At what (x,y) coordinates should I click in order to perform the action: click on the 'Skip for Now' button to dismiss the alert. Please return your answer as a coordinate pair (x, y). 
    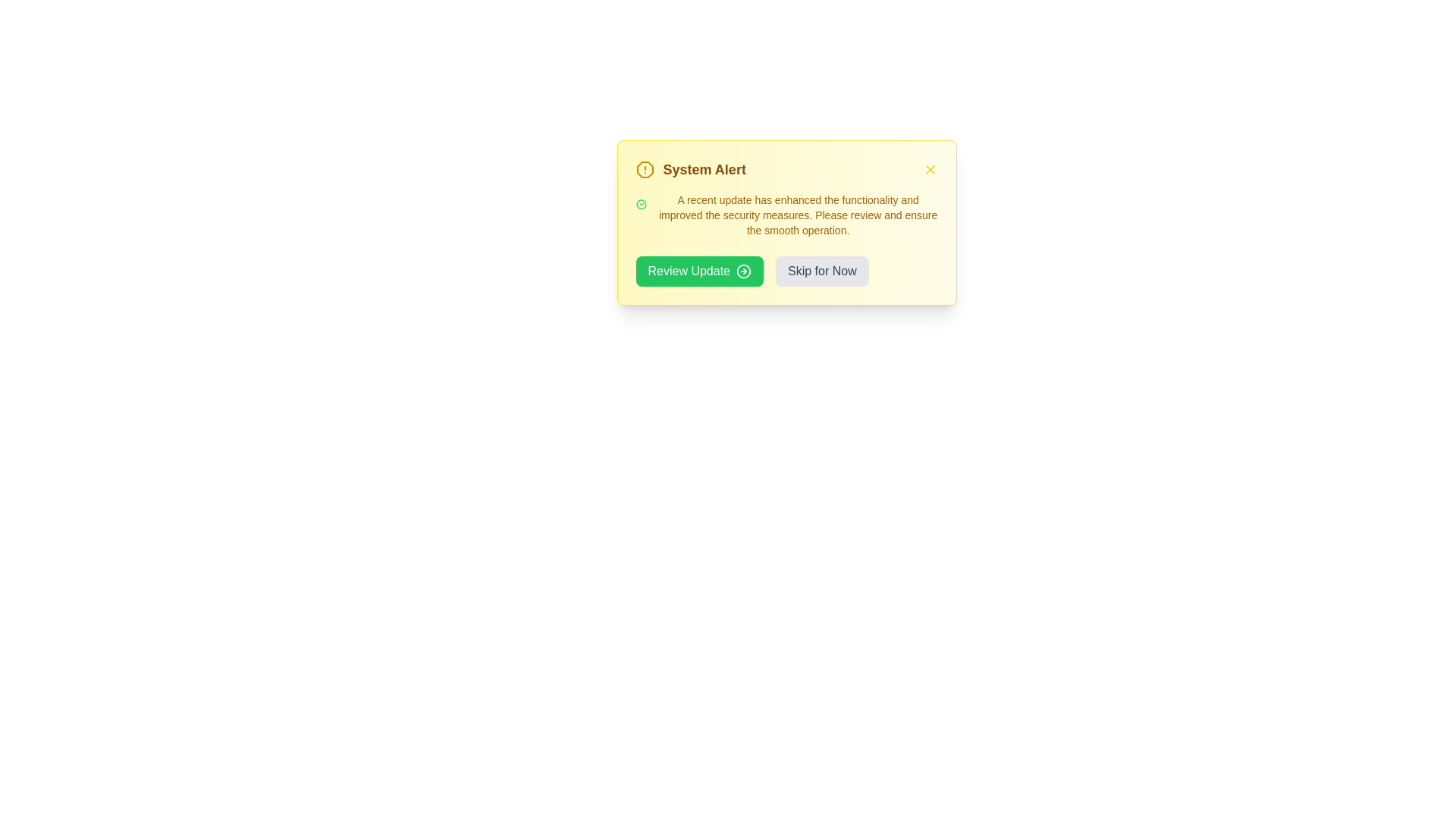
    Looking at the image, I should click on (821, 271).